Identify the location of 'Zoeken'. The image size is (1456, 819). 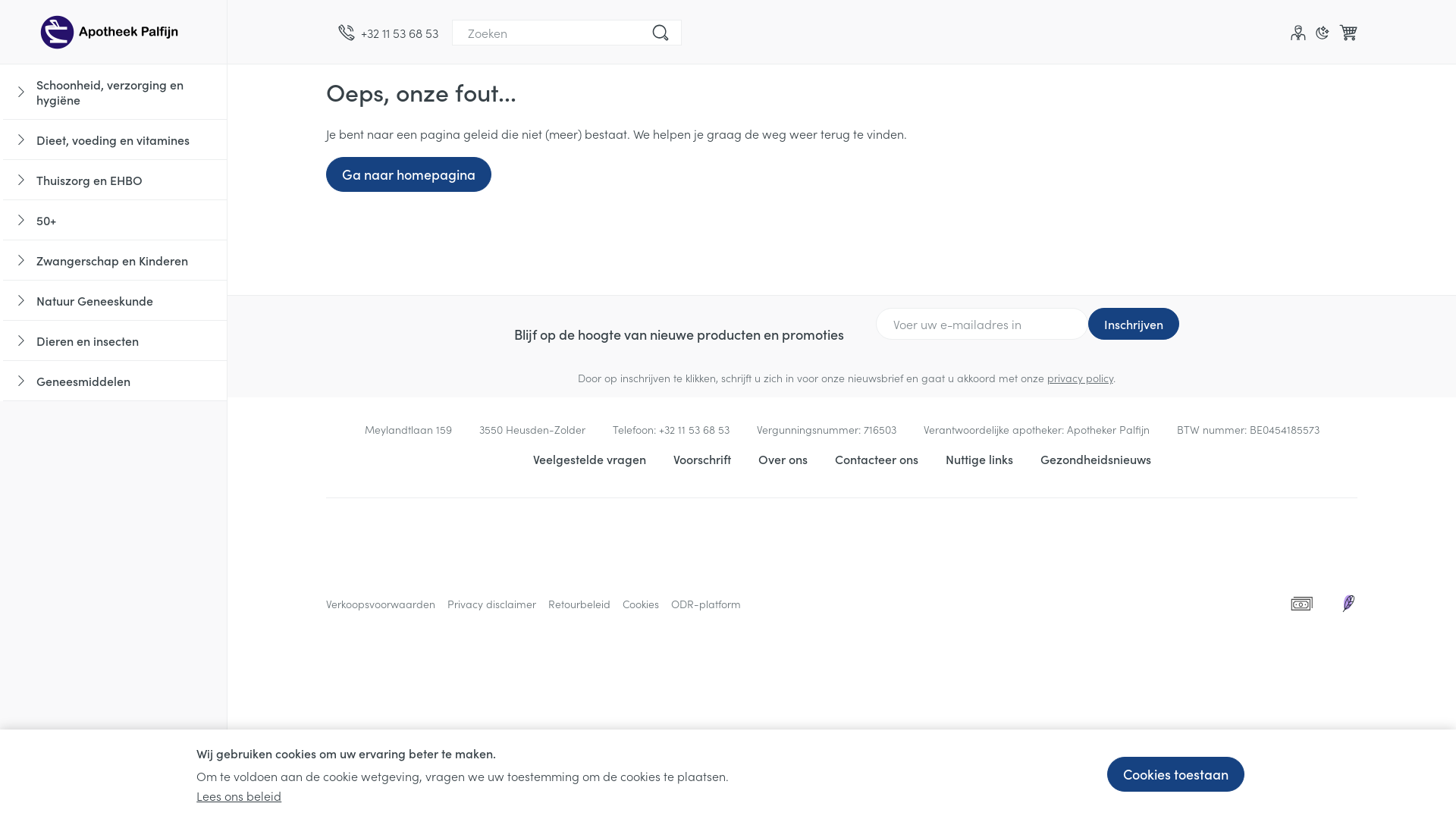
(660, 32).